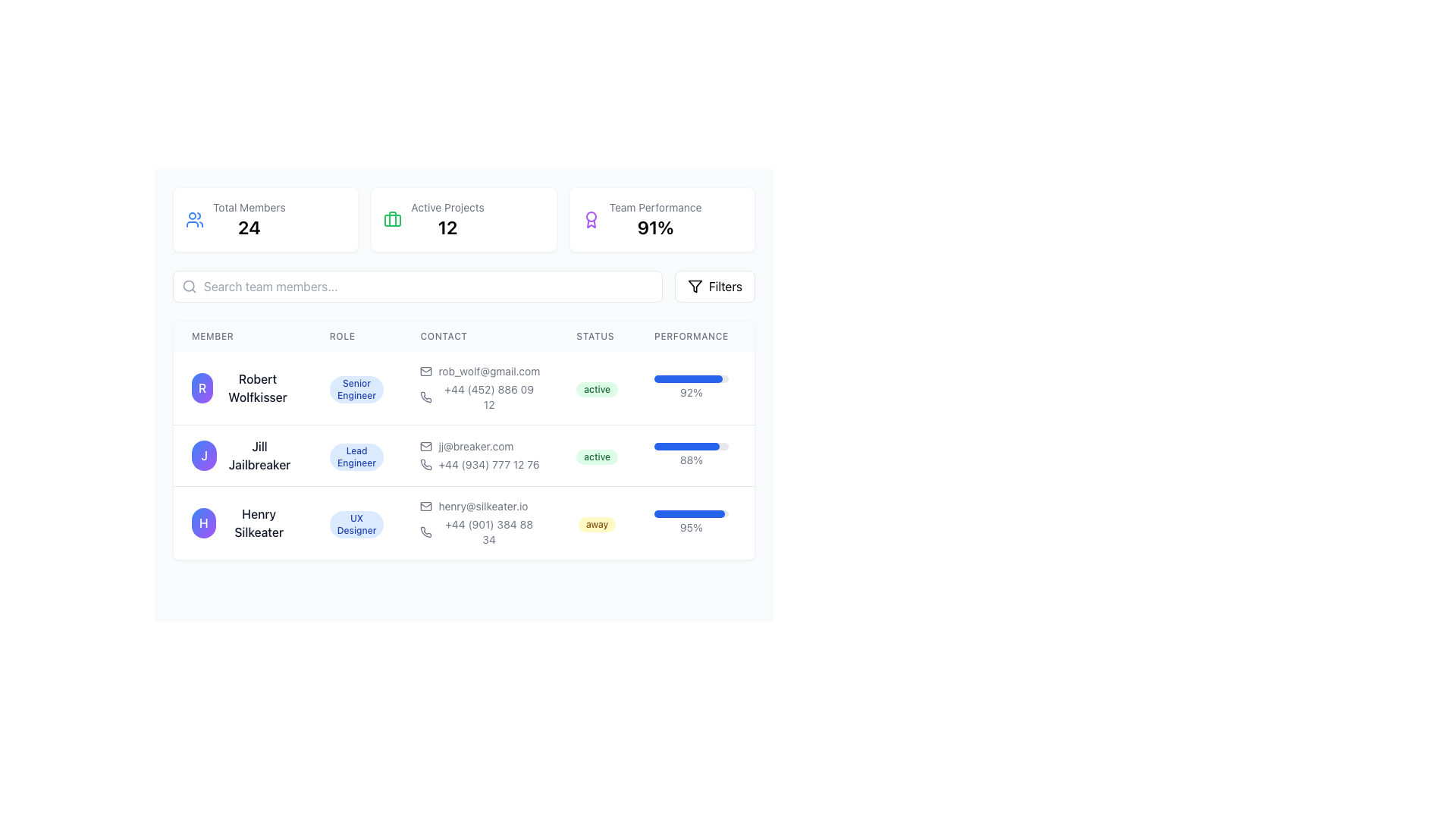  What do you see at coordinates (447, 219) in the screenshot?
I see `'Active Projects' label which consists of the text 'Active Projects' in a smaller, gray font above and the number '12' in a larger, bold font below, located at the center of the top summary section of the interface` at bounding box center [447, 219].